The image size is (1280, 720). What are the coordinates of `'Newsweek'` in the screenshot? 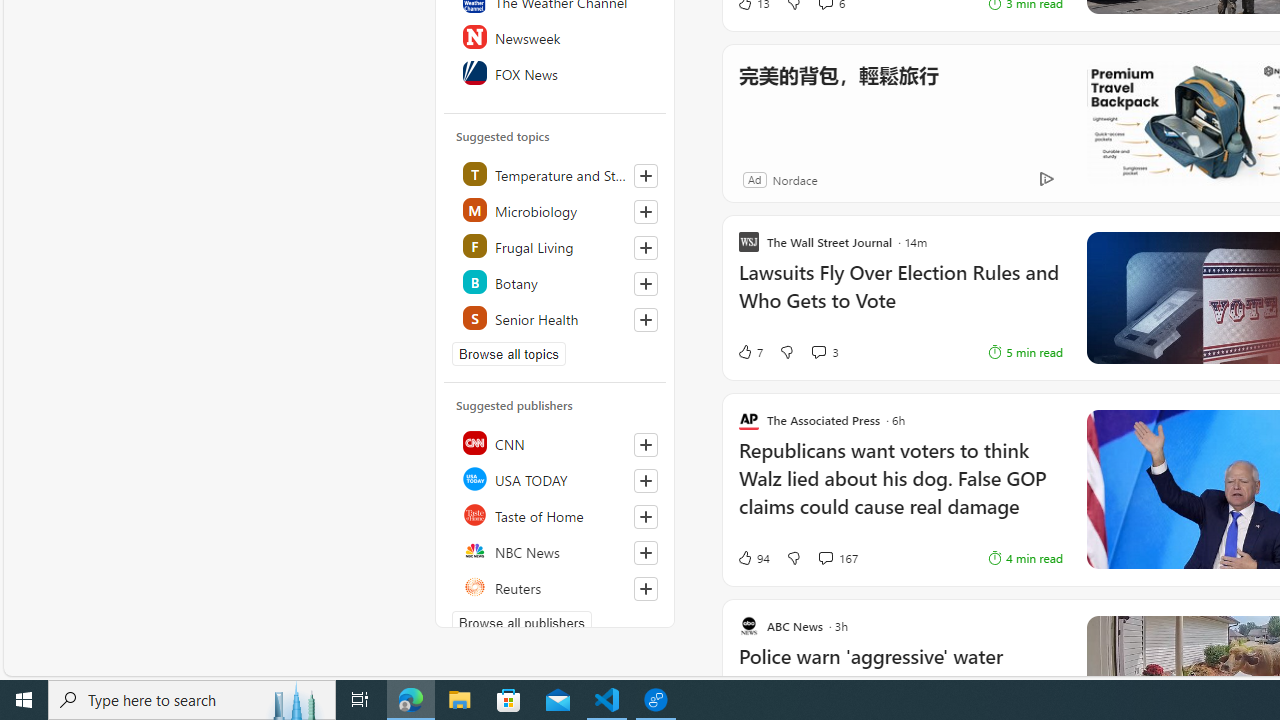 It's located at (556, 37).